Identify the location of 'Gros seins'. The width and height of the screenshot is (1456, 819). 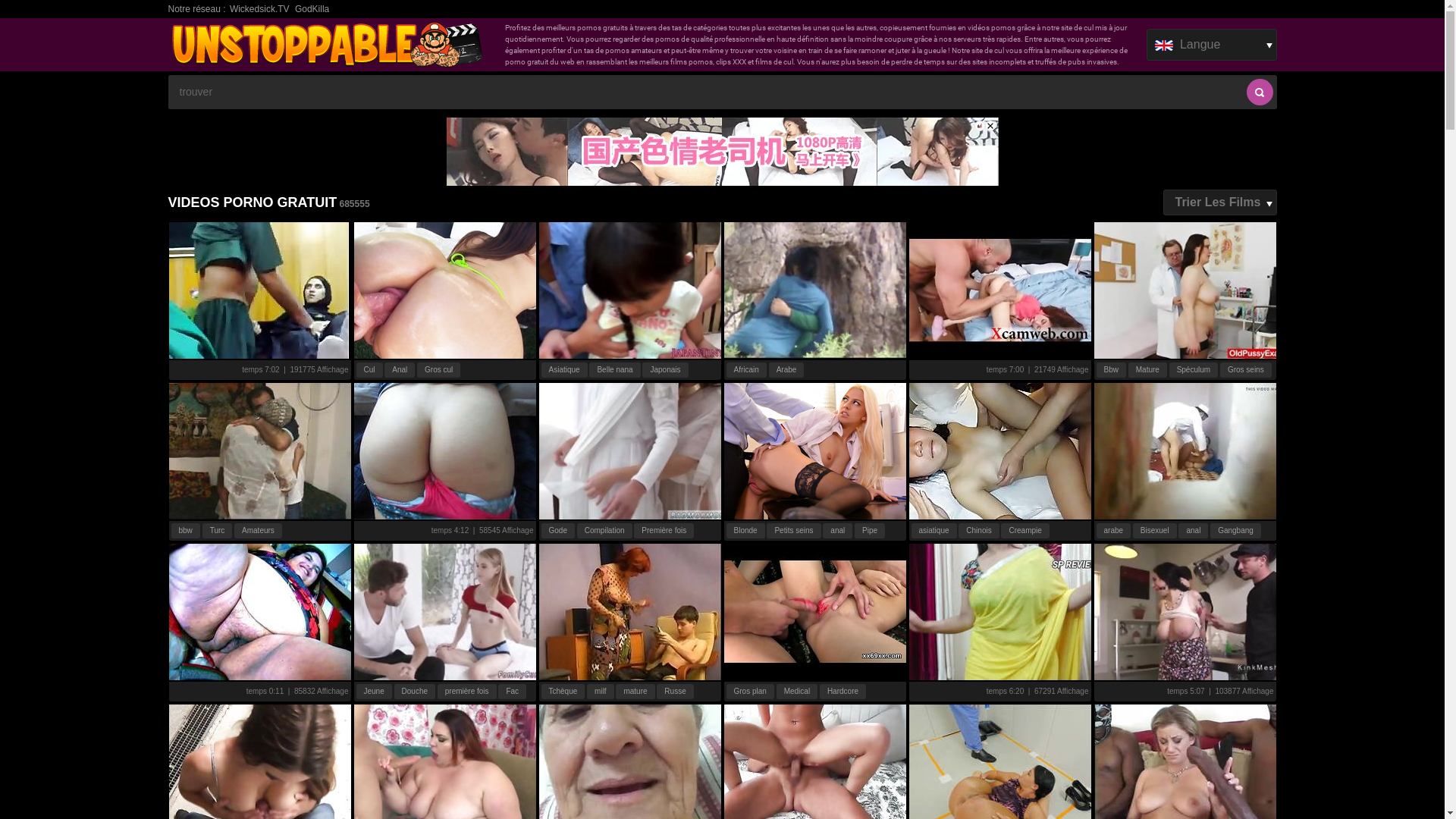
(1219, 370).